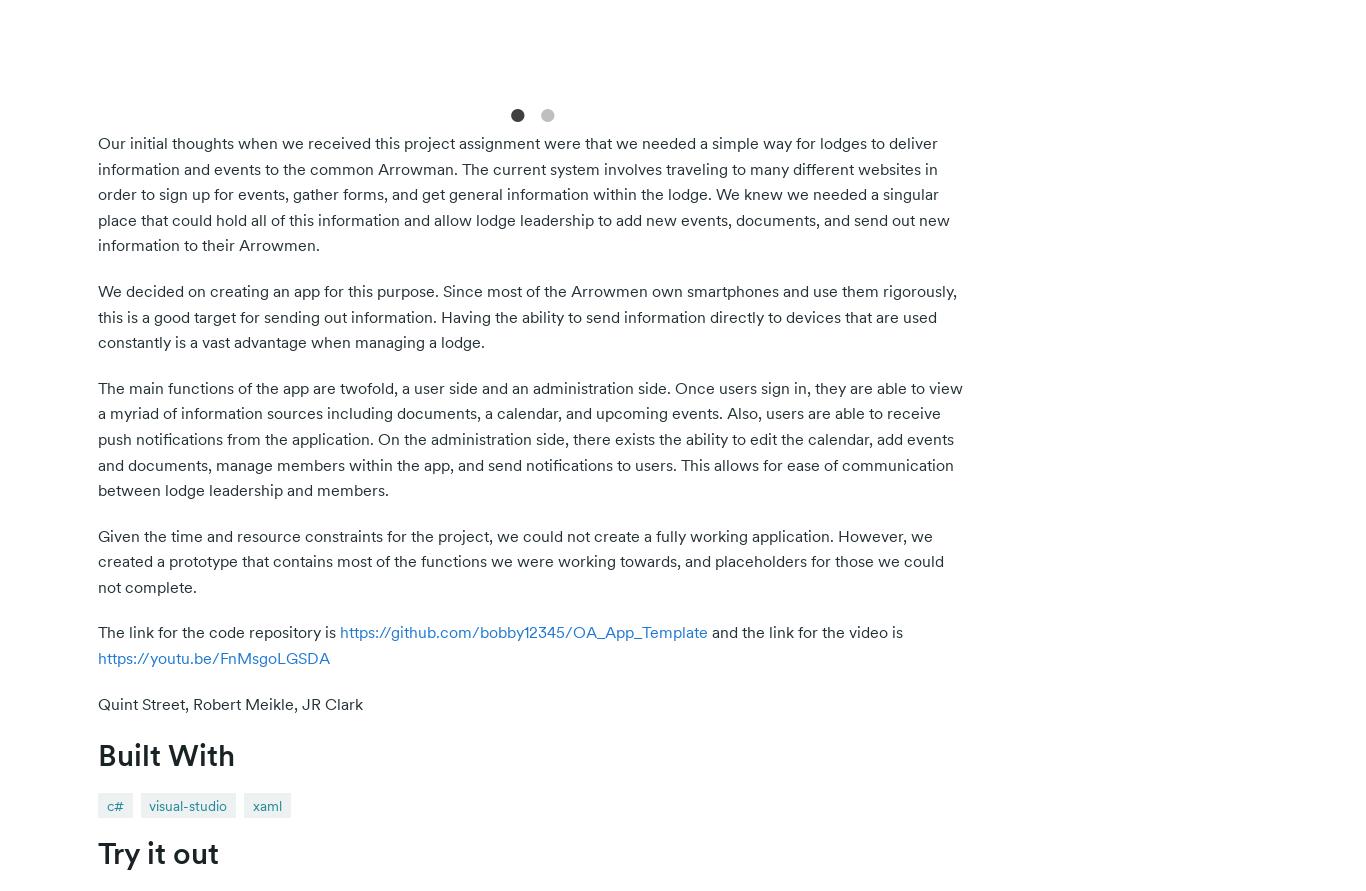  Describe the element at coordinates (114, 804) in the screenshot. I see `'c#'` at that location.